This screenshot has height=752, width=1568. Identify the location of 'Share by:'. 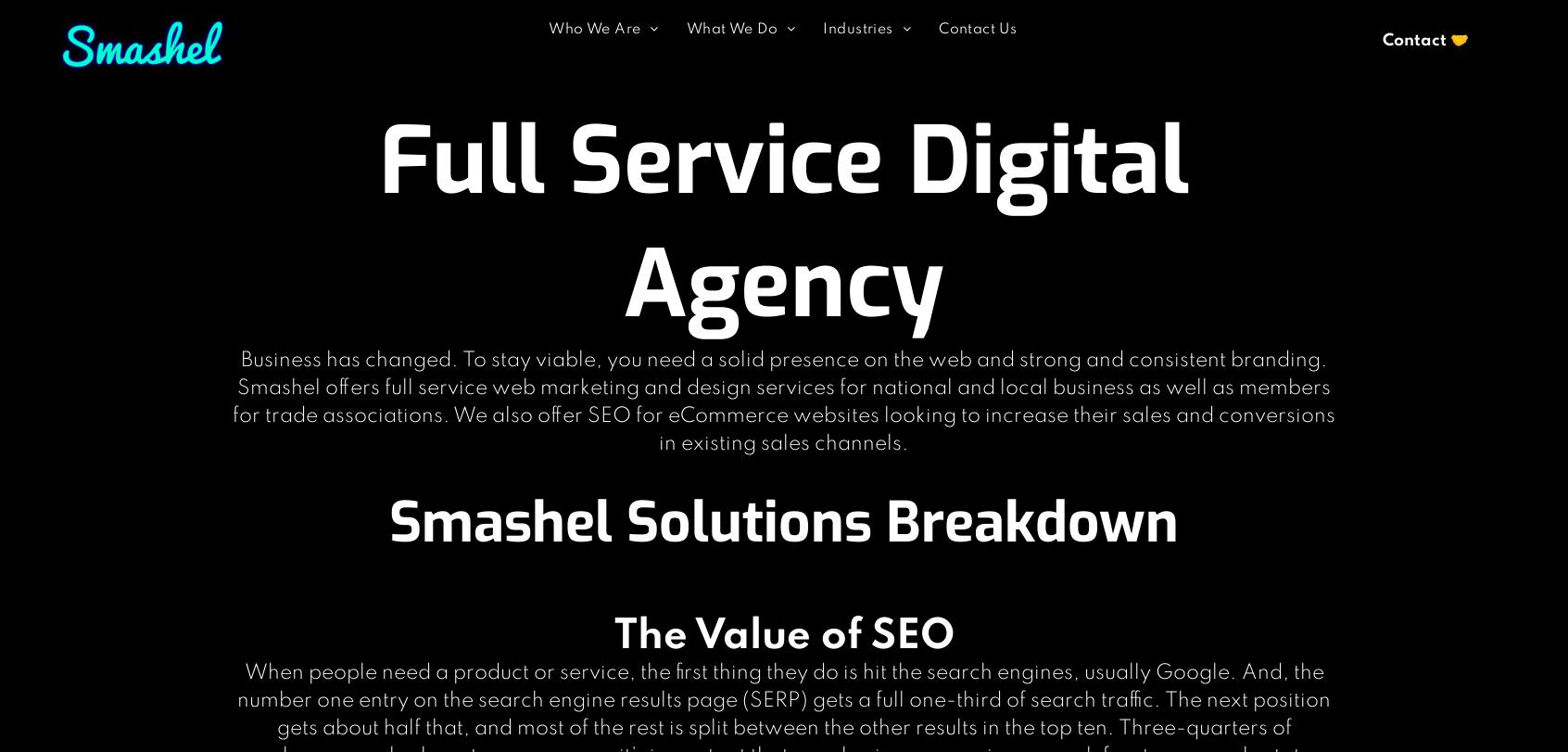
(35, 46).